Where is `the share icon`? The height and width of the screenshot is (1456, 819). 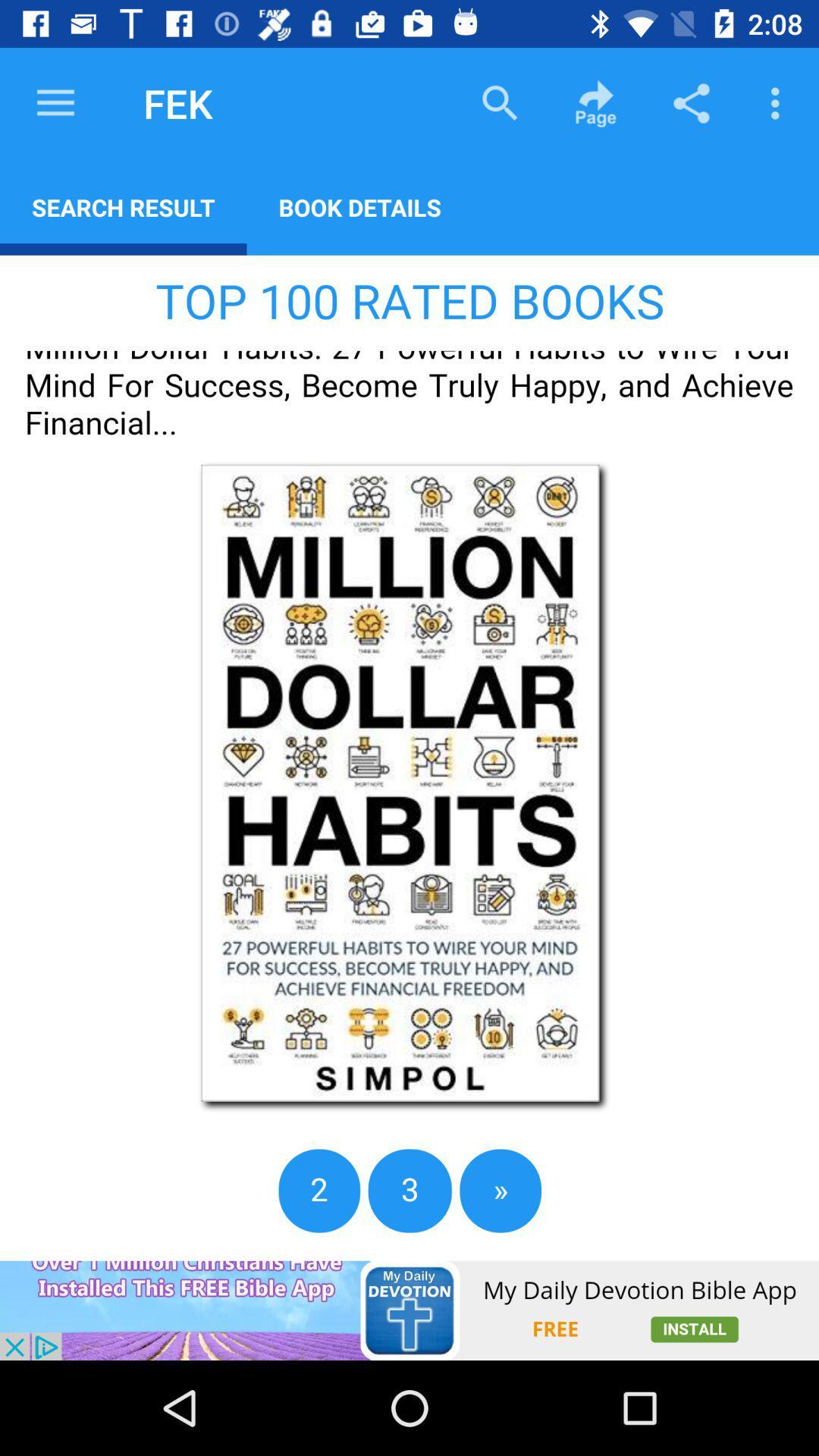 the share icon is located at coordinates (691, 102).